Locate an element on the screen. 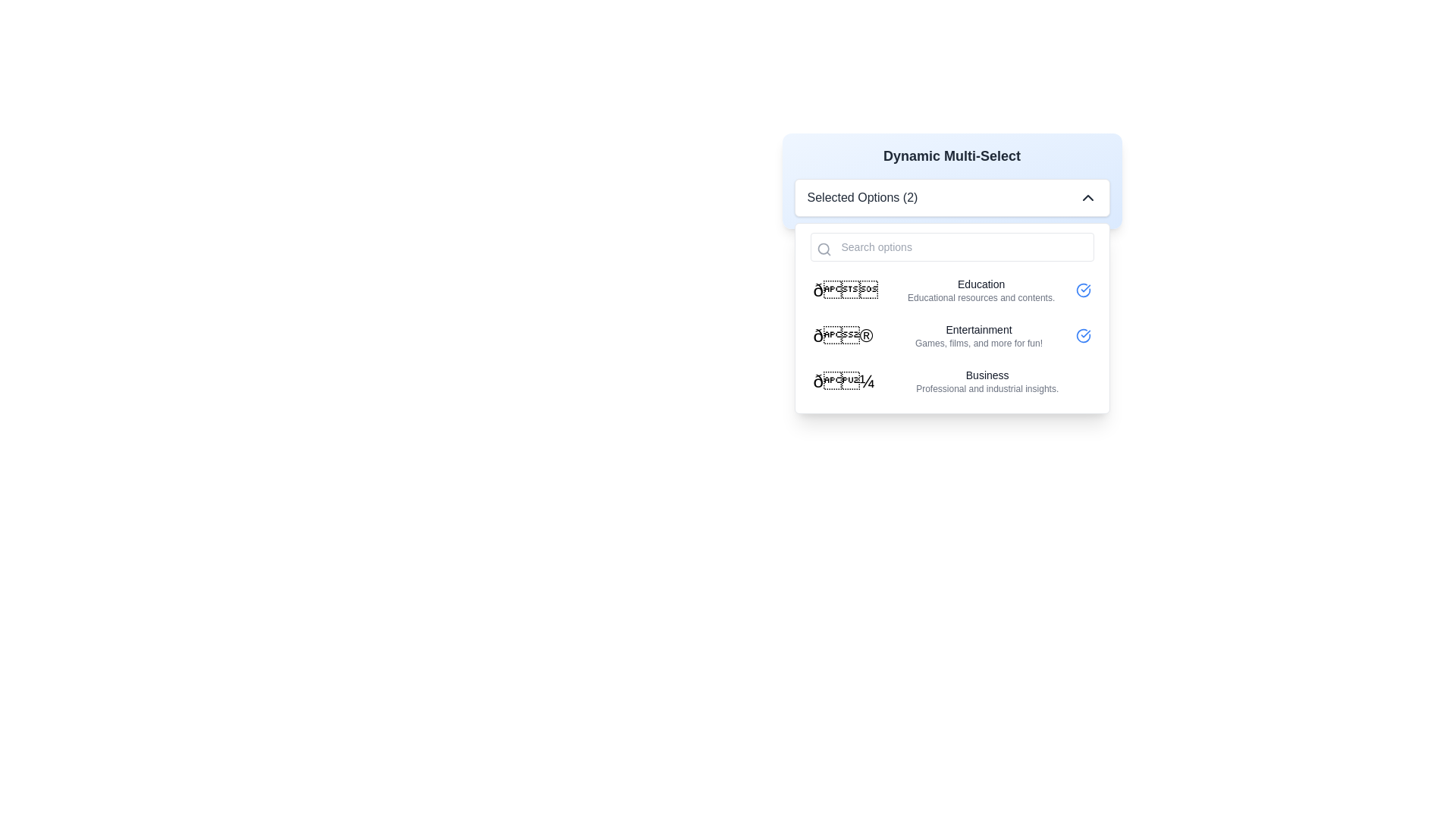 This screenshot has height=819, width=1456. the topmost category item labeled 'Educational Resources' in the dropdown panel 'Dynamic Multi-Select' by tapping it for selection on touch devices is located at coordinates (951, 290).